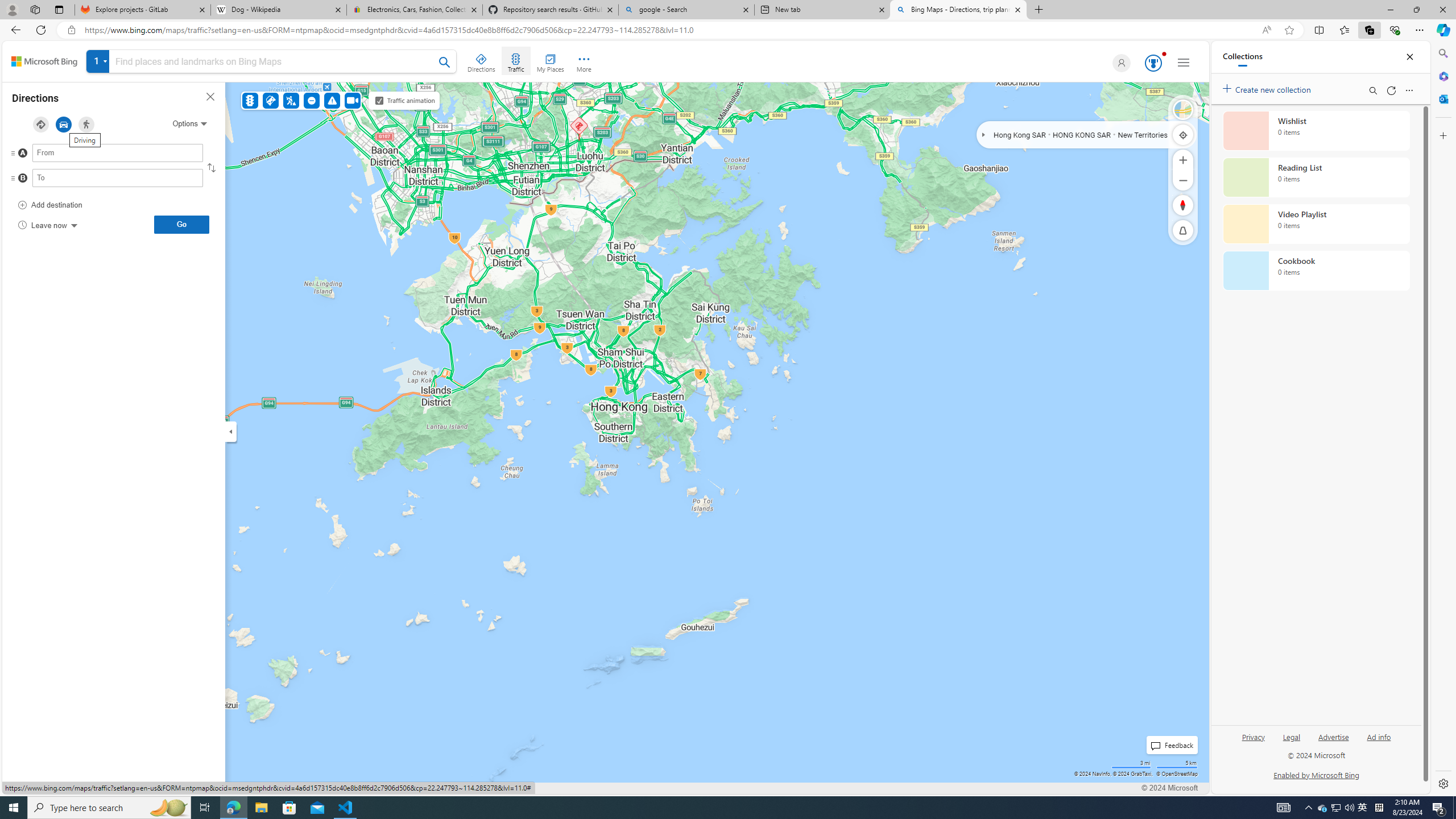 The image size is (1456, 819). Describe the element at coordinates (1316, 223) in the screenshot. I see `'Video Playlist collection, 0 items'` at that location.